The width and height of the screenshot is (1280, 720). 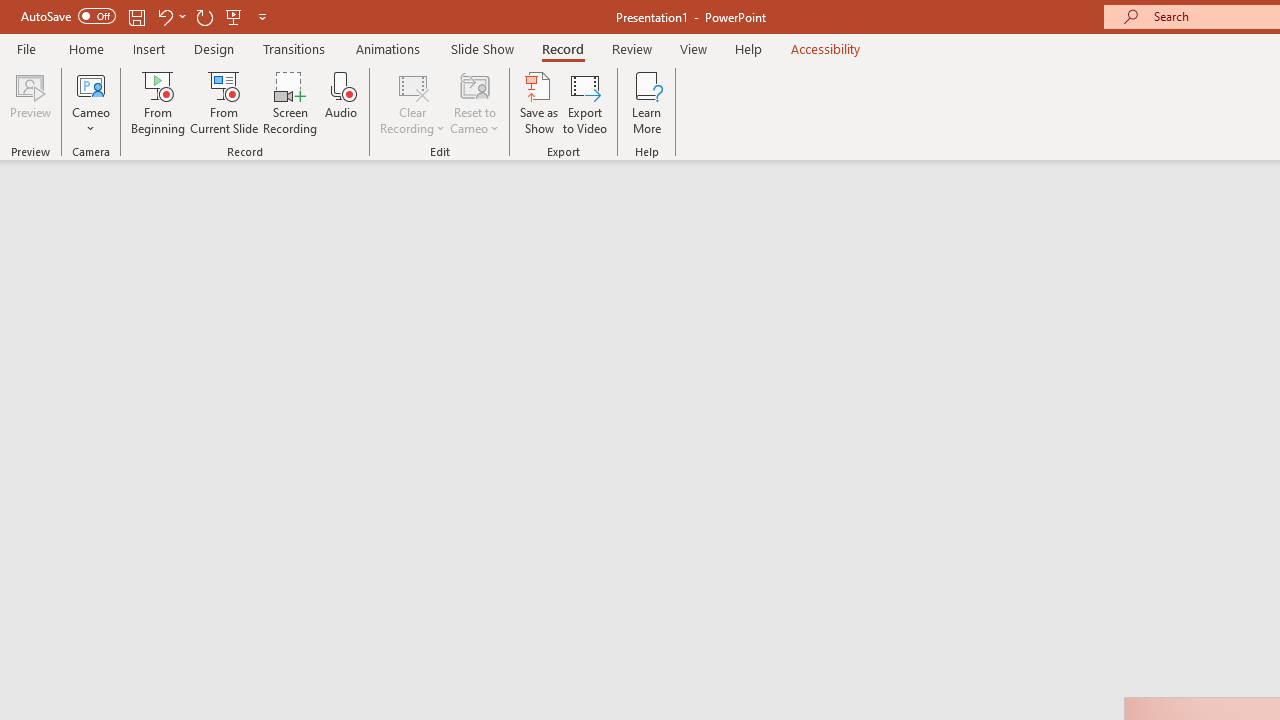 I want to click on 'From Beginning...', so click(x=157, y=103).